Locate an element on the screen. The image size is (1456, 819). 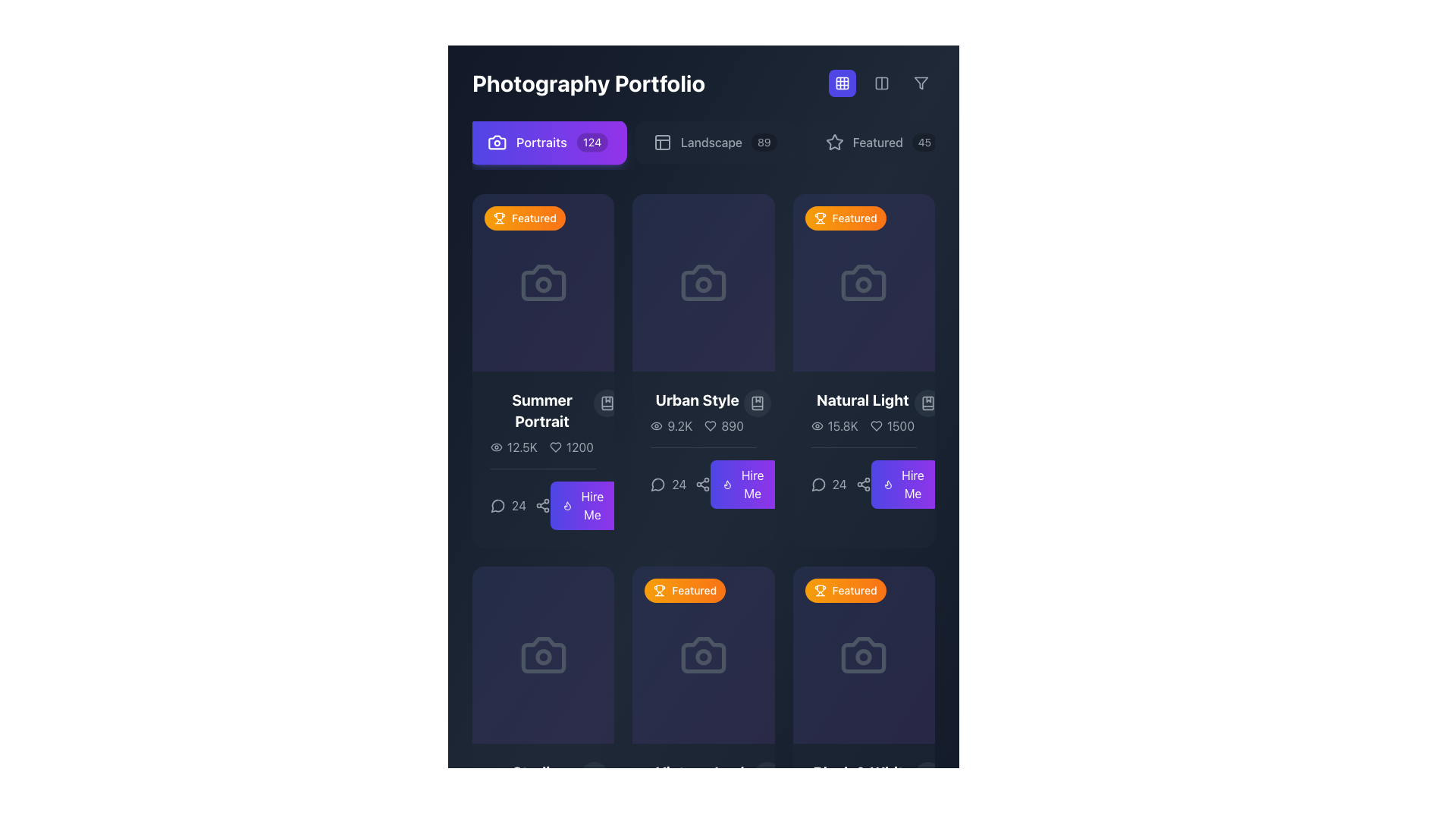
the decorative or functional 'like' icon located to the left of the numeric text '1200' beneath the title 'Summer Portrait' is located at coordinates (554, 447).